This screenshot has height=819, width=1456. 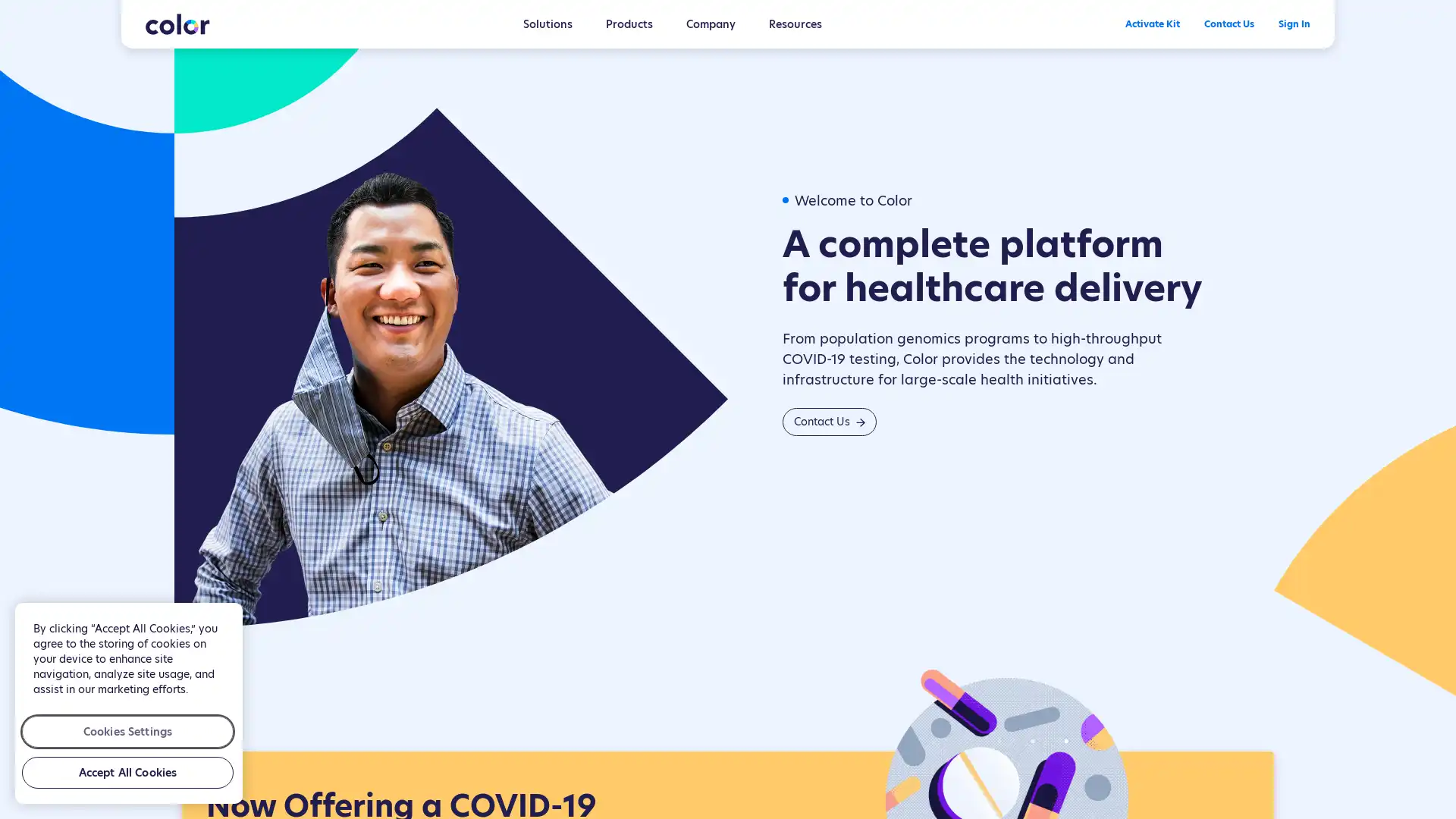 I want to click on Cookies Settings, so click(x=127, y=730).